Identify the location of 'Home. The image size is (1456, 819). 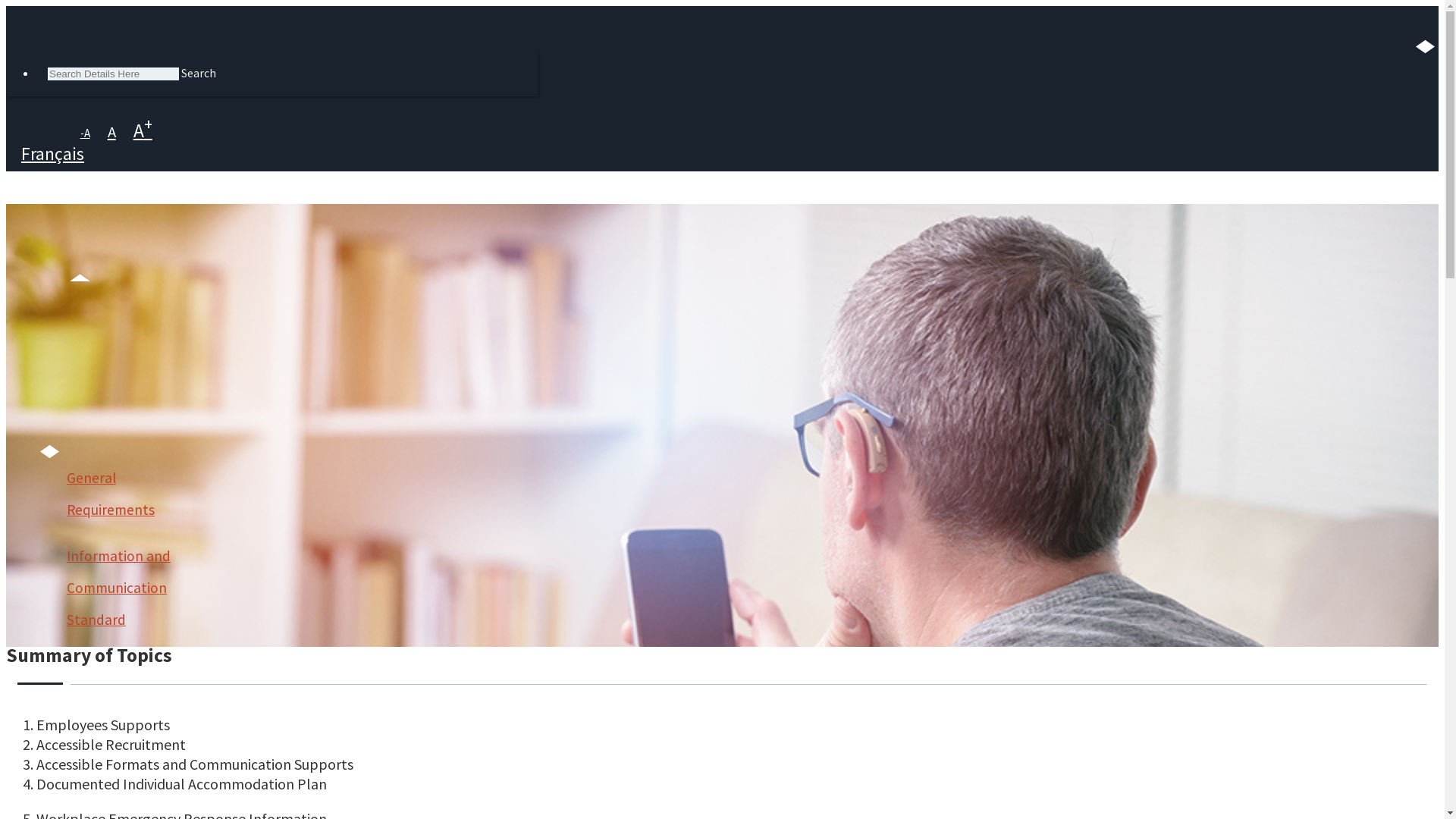
(61, 371).